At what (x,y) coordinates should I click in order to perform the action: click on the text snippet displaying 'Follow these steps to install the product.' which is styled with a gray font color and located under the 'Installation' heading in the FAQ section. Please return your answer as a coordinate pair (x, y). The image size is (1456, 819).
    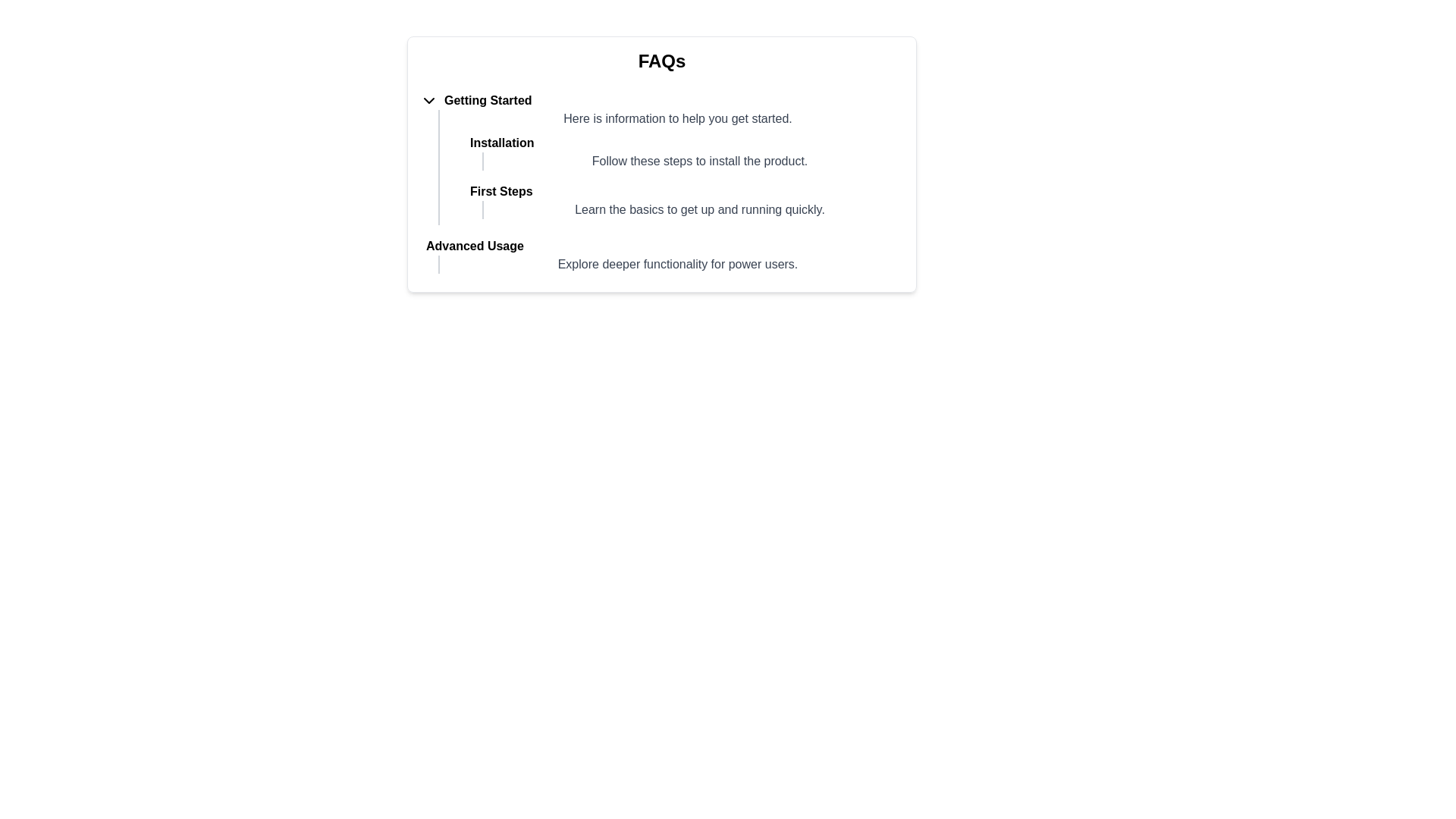
    Looking at the image, I should click on (698, 161).